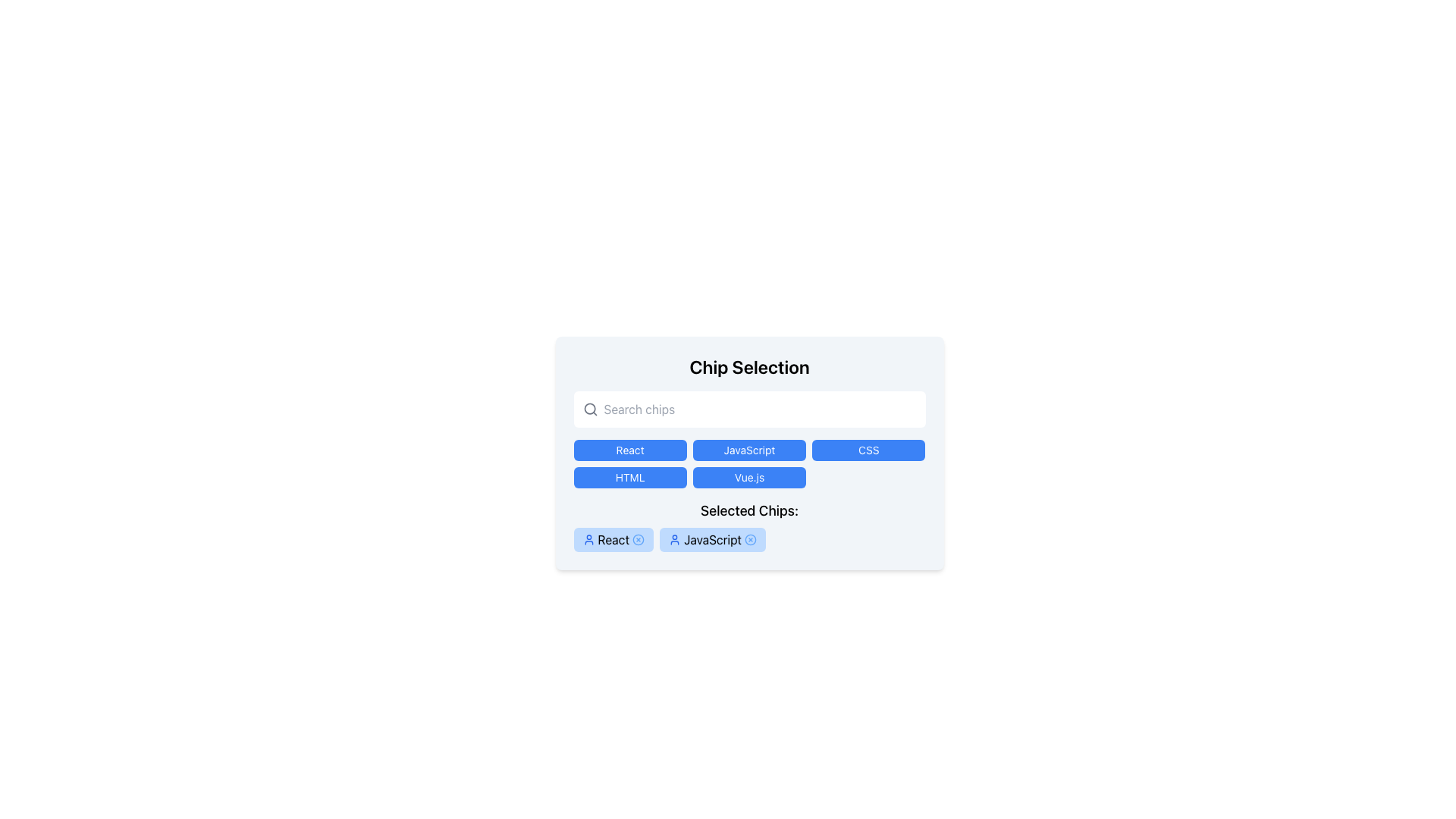 The width and height of the screenshot is (1456, 819). Describe the element at coordinates (639, 539) in the screenshot. I see `the Remove/Close icon button, which is a small circle with a cross mark in the center, located to the right of the 'React' text chip button in the 'Selected Chips' section` at that location.